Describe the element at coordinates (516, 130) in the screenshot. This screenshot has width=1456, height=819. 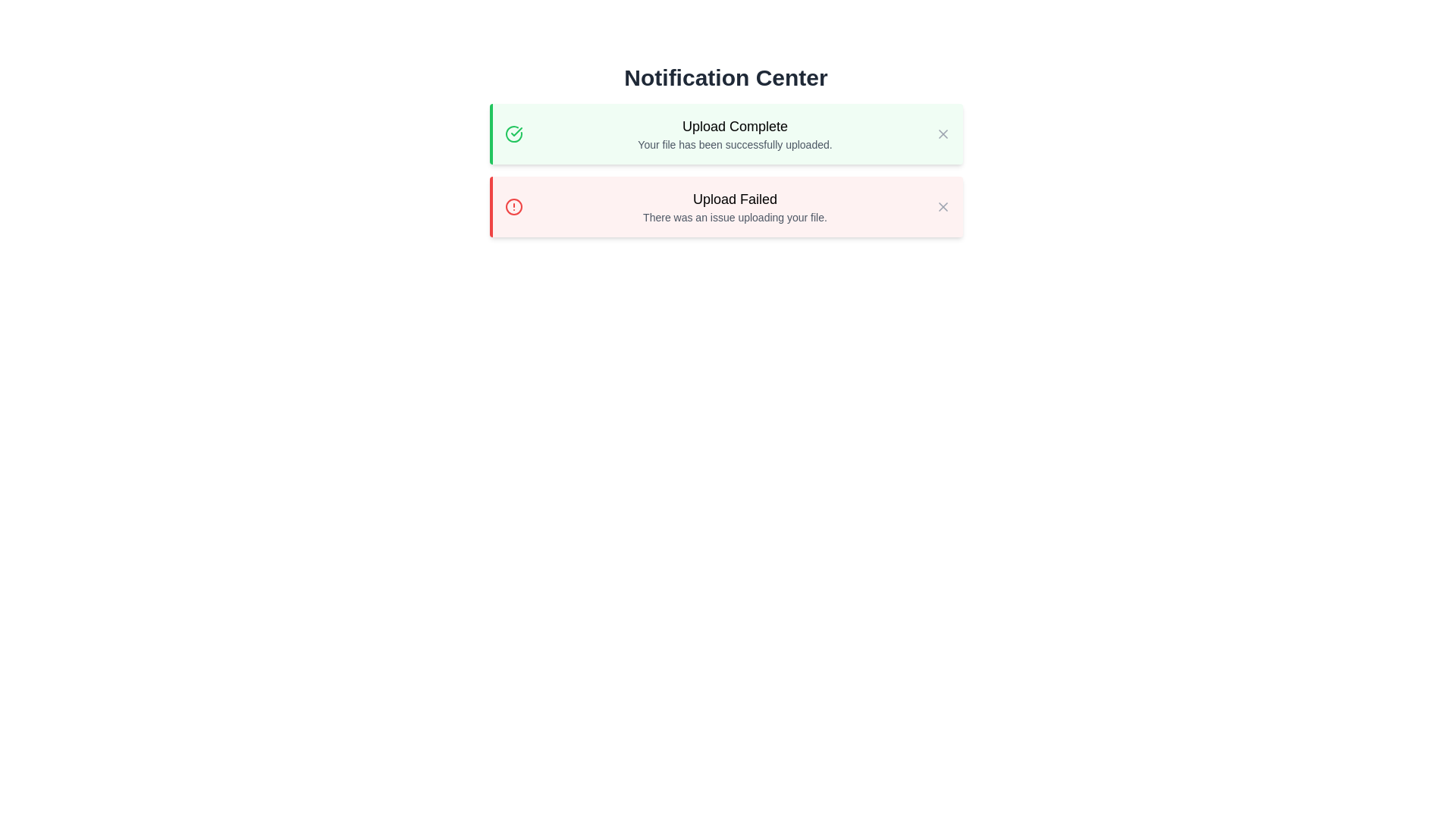
I see `the confirmation icon located in the 'Upload Complete' notification panel, which is styled with a green color and positioned on the left side` at that location.